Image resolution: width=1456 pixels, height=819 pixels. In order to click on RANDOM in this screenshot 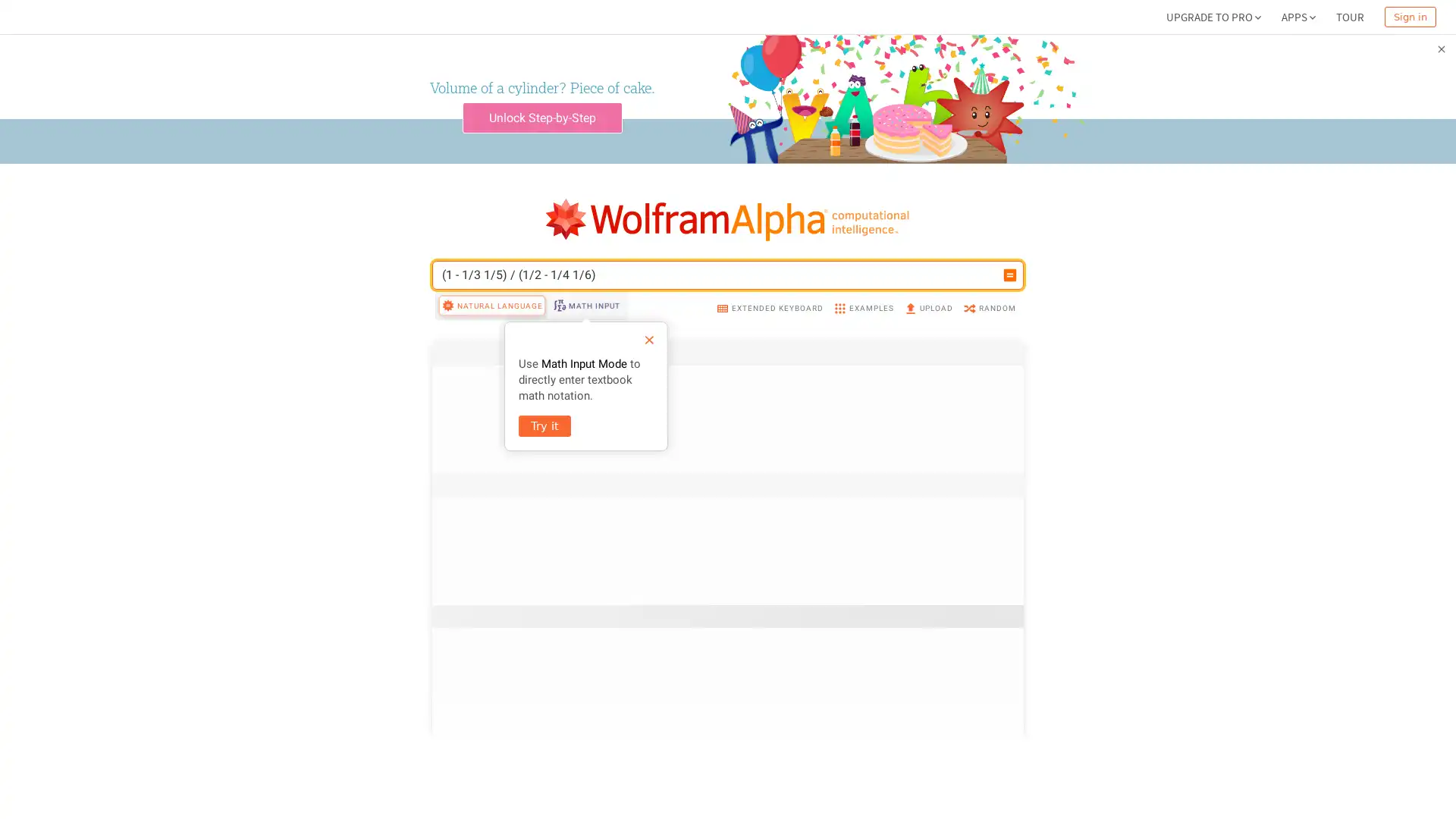, I will do `click(989, 307)`.